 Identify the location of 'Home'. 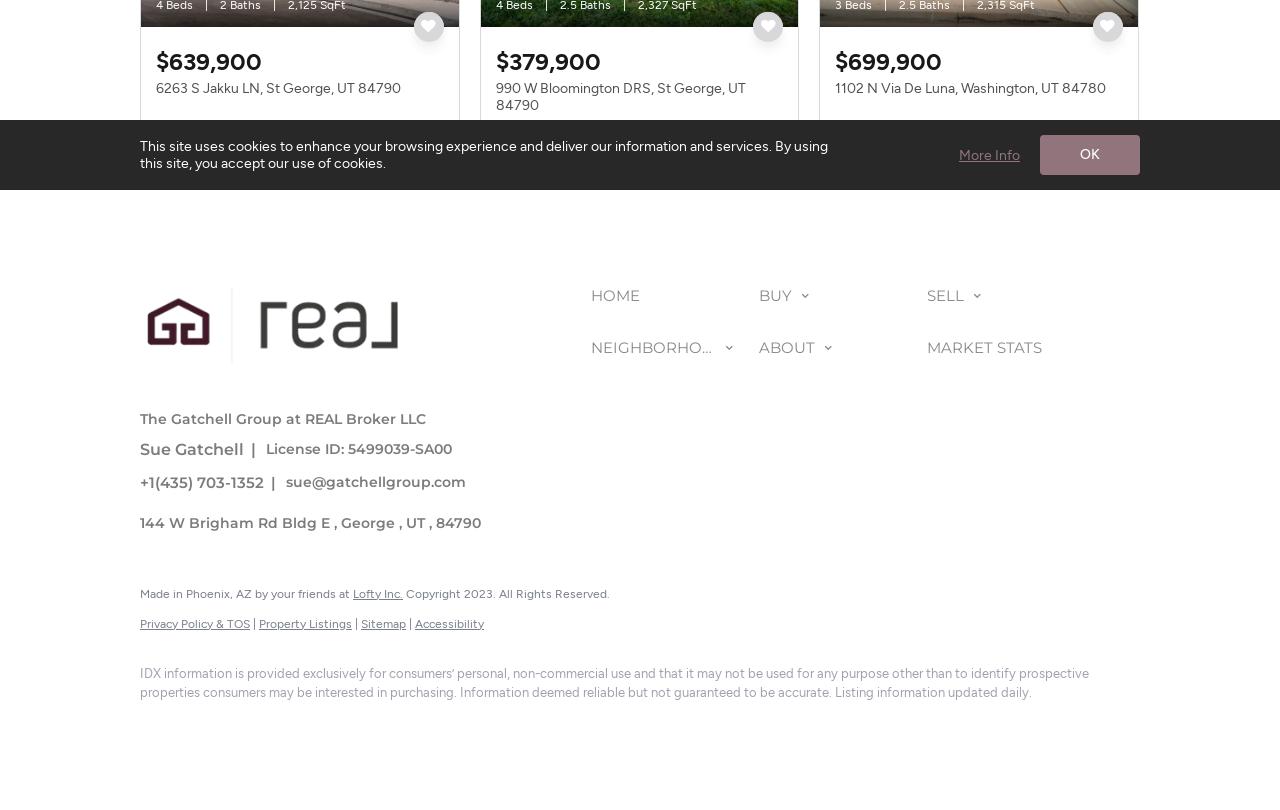
(614, 293).